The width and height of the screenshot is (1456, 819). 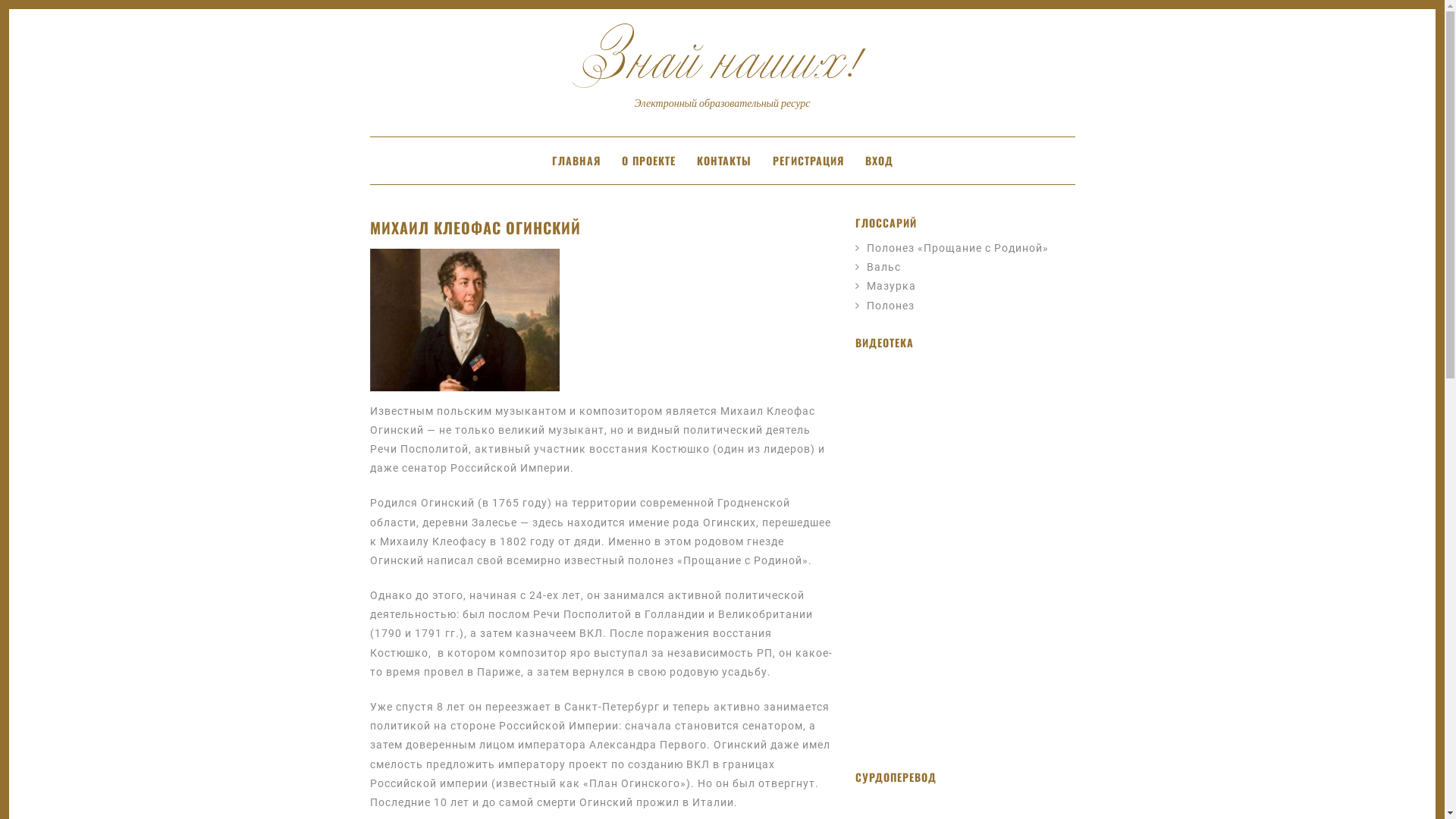 I want to click on 'SKIP TO CONTENT', so click(x=413, y=158).